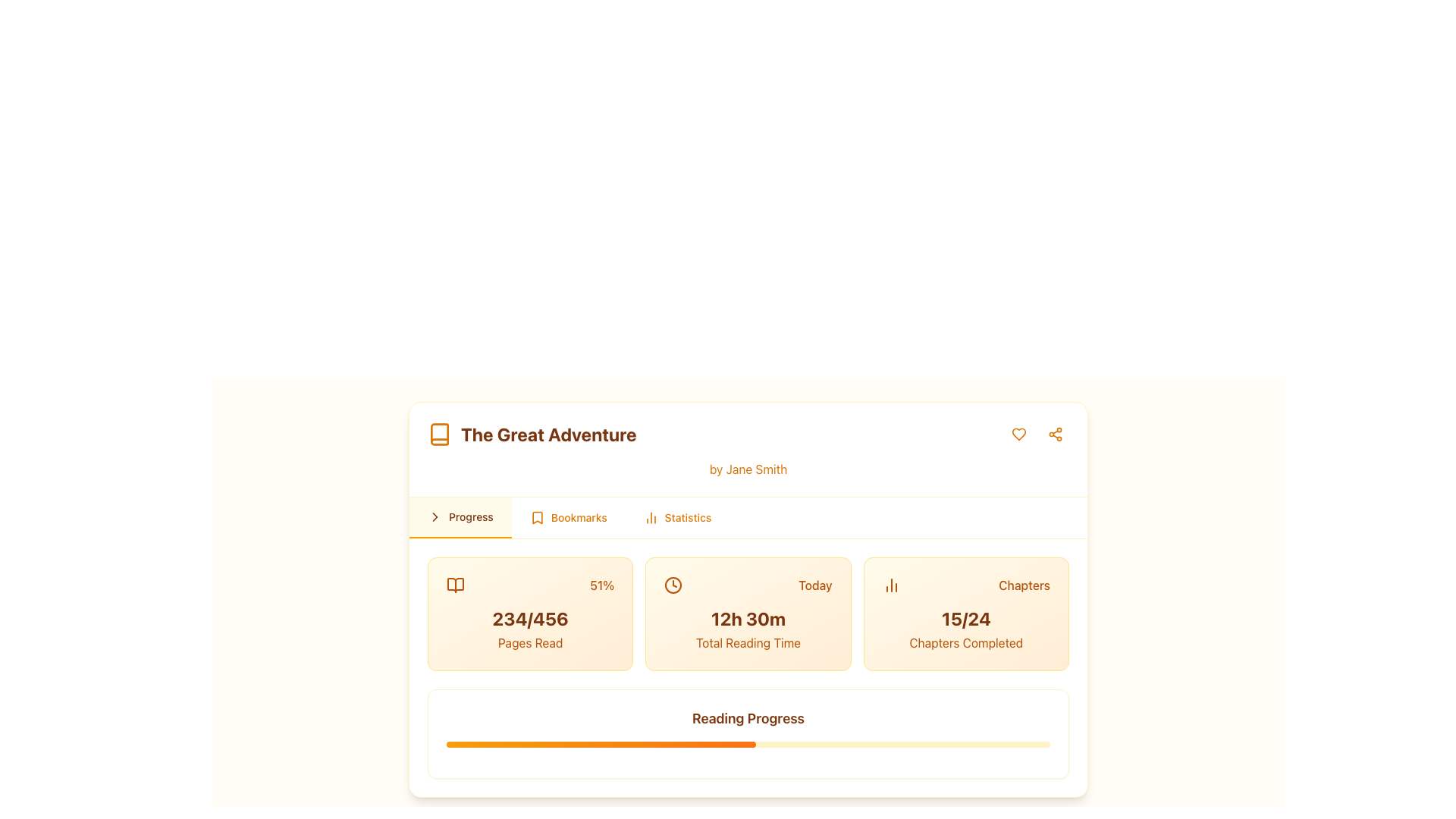 Image resolution: width=1456 pixels, height=819 pixels. Describe the element at coordinates (548, 435) in the screenshot. I see `the header element labeled 'The Great Adventure', which is located centrally in the upper section of a card-like interface, to the immediate right of a book icon` at that location.